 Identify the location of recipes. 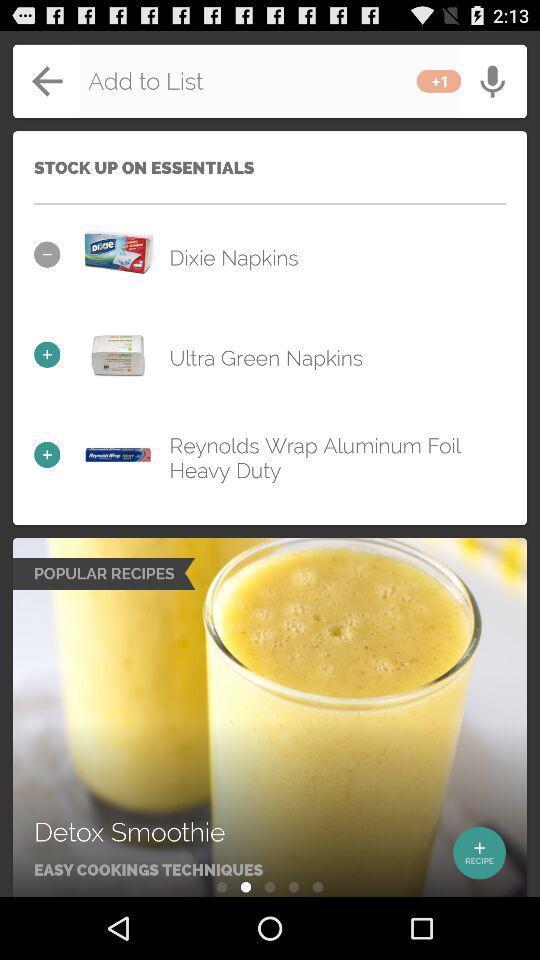
(270, 717).